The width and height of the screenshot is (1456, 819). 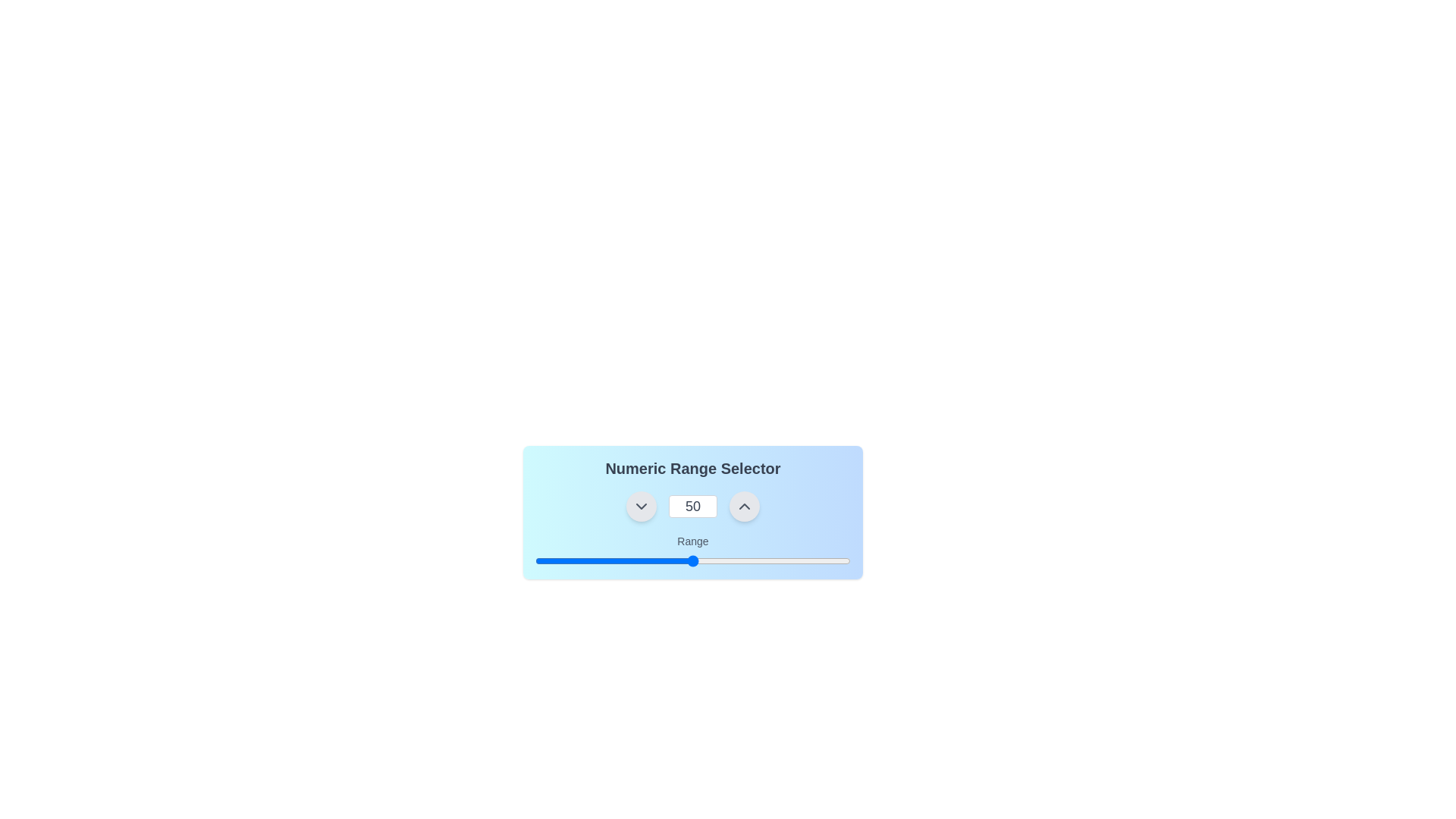 What do you see at coordinates (582, 561) in the screenshot?
I see `range` at bounding box center [582, 561].